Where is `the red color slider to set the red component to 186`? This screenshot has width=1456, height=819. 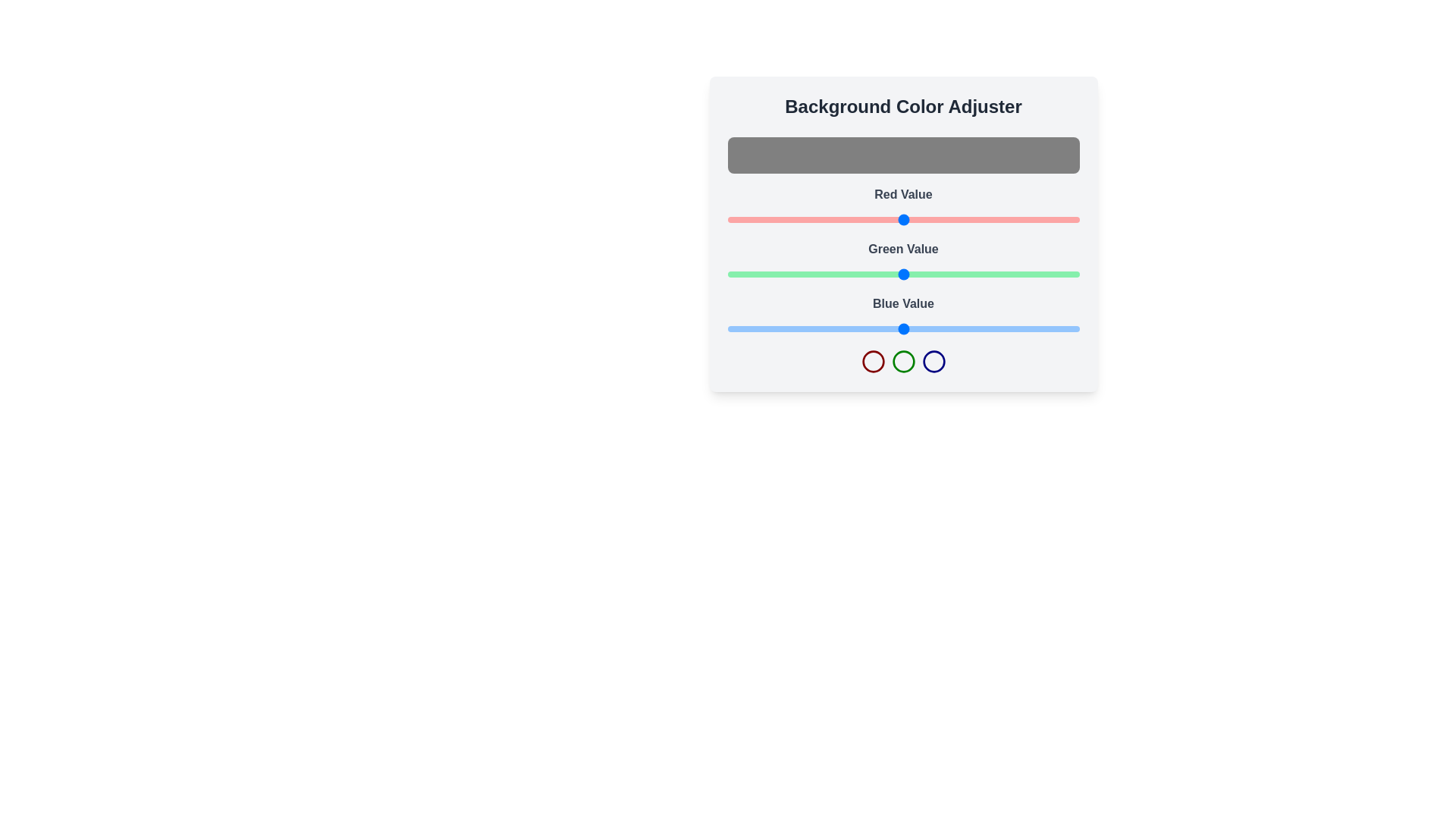 the red color slider to set the red component to 186 is located at coordinates (984, 219).